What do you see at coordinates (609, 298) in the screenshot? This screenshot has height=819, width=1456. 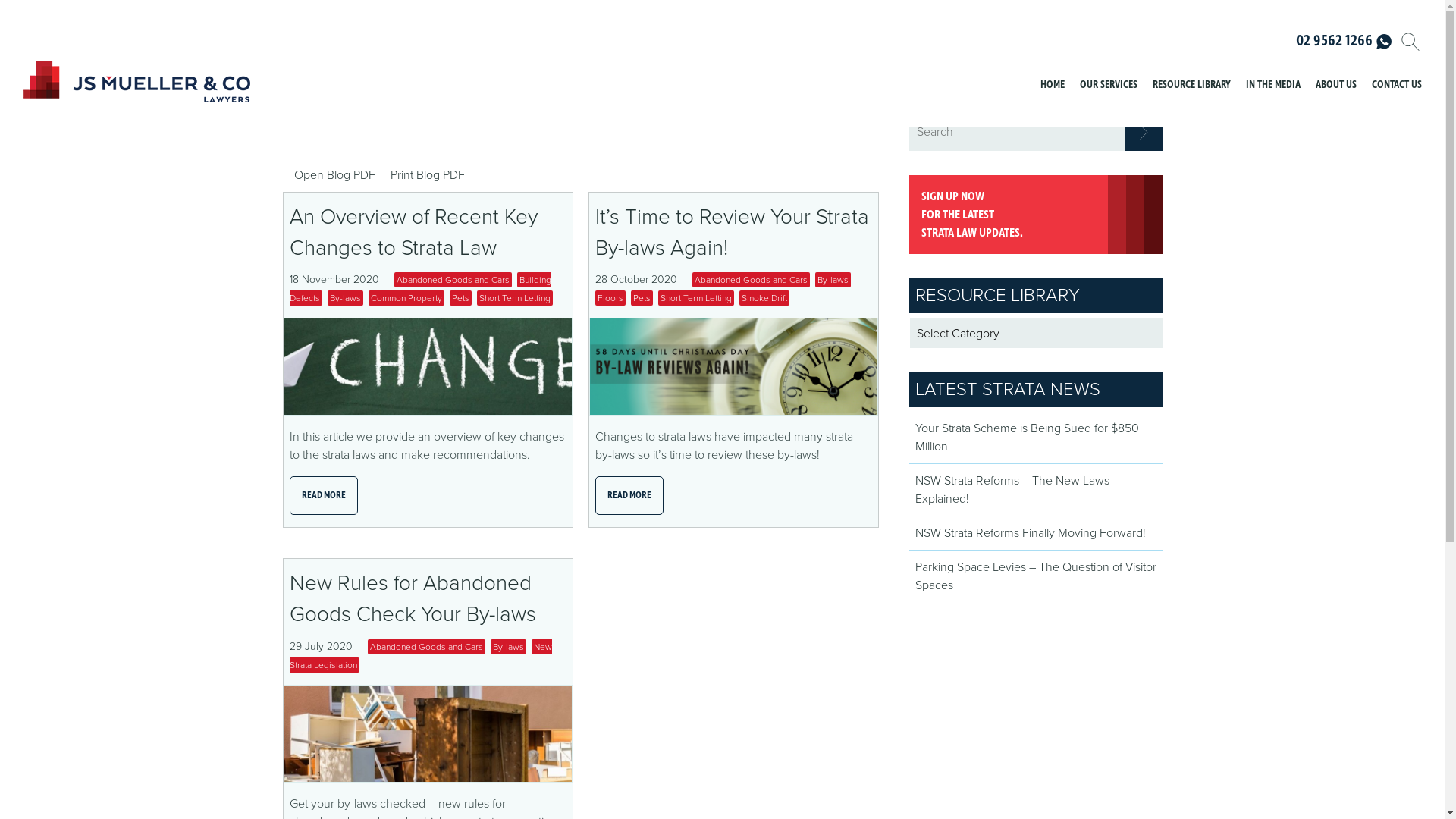 I see `'Floors'` at bounding box center [609, 298].